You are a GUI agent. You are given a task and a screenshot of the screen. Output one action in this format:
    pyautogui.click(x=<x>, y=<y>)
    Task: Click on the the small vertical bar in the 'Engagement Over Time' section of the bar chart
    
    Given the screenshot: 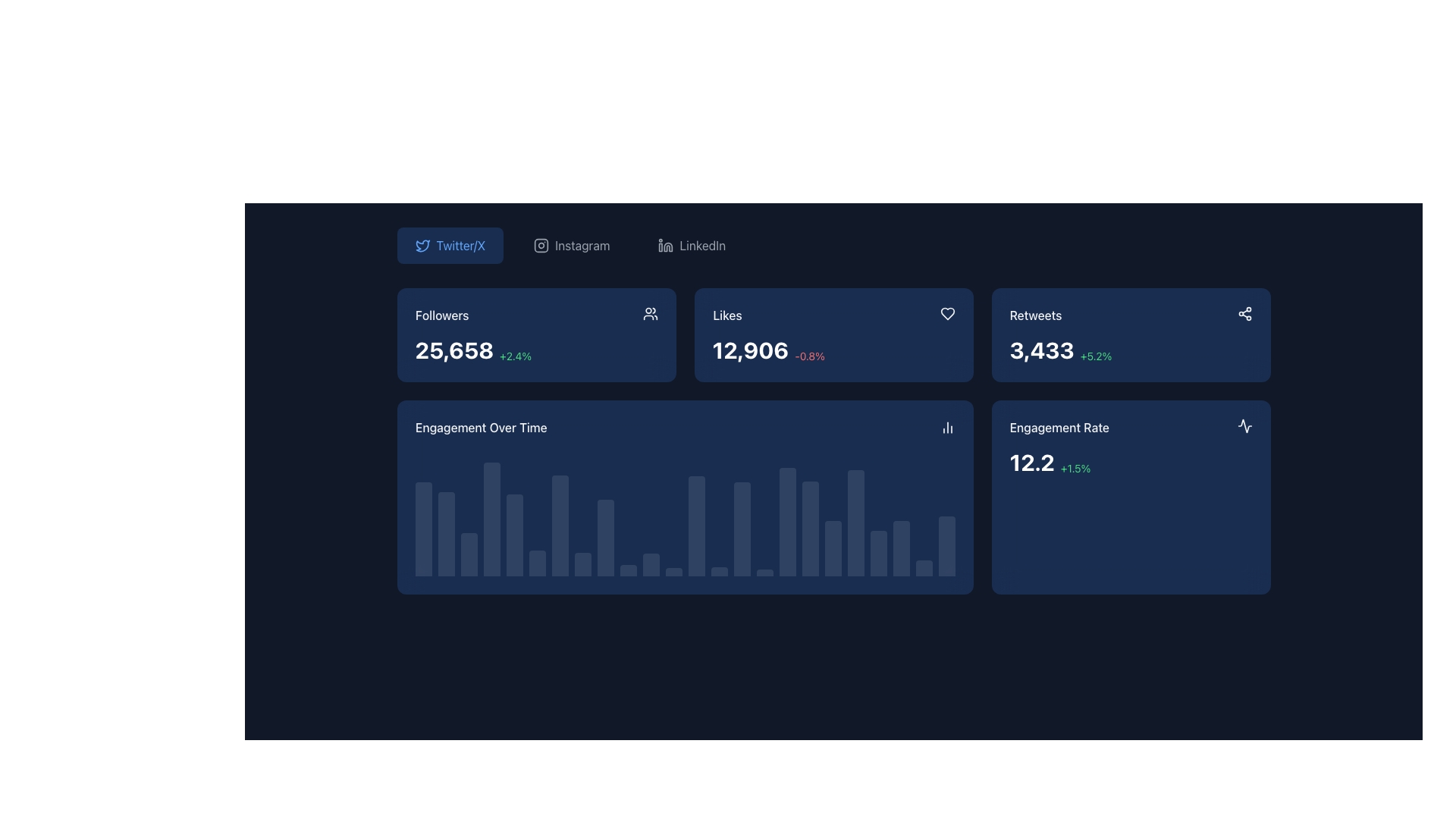 What is the action you would take?
    pyautogui.click(x=628, y=570)
    